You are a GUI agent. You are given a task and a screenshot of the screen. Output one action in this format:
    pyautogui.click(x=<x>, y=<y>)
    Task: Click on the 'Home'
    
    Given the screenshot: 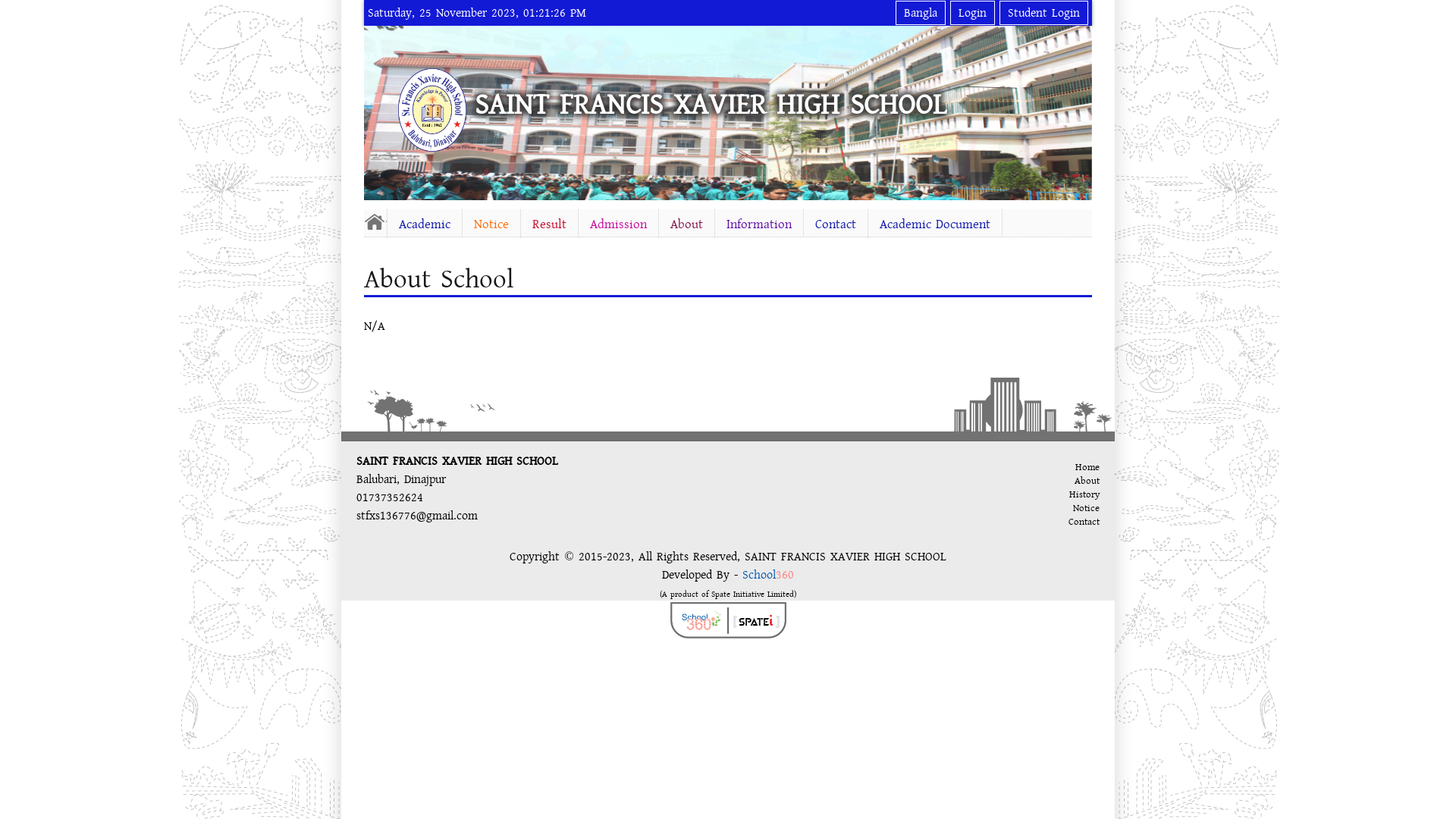 What is the action you would take?
    pyautogui.click(x=1074, y=466)
    